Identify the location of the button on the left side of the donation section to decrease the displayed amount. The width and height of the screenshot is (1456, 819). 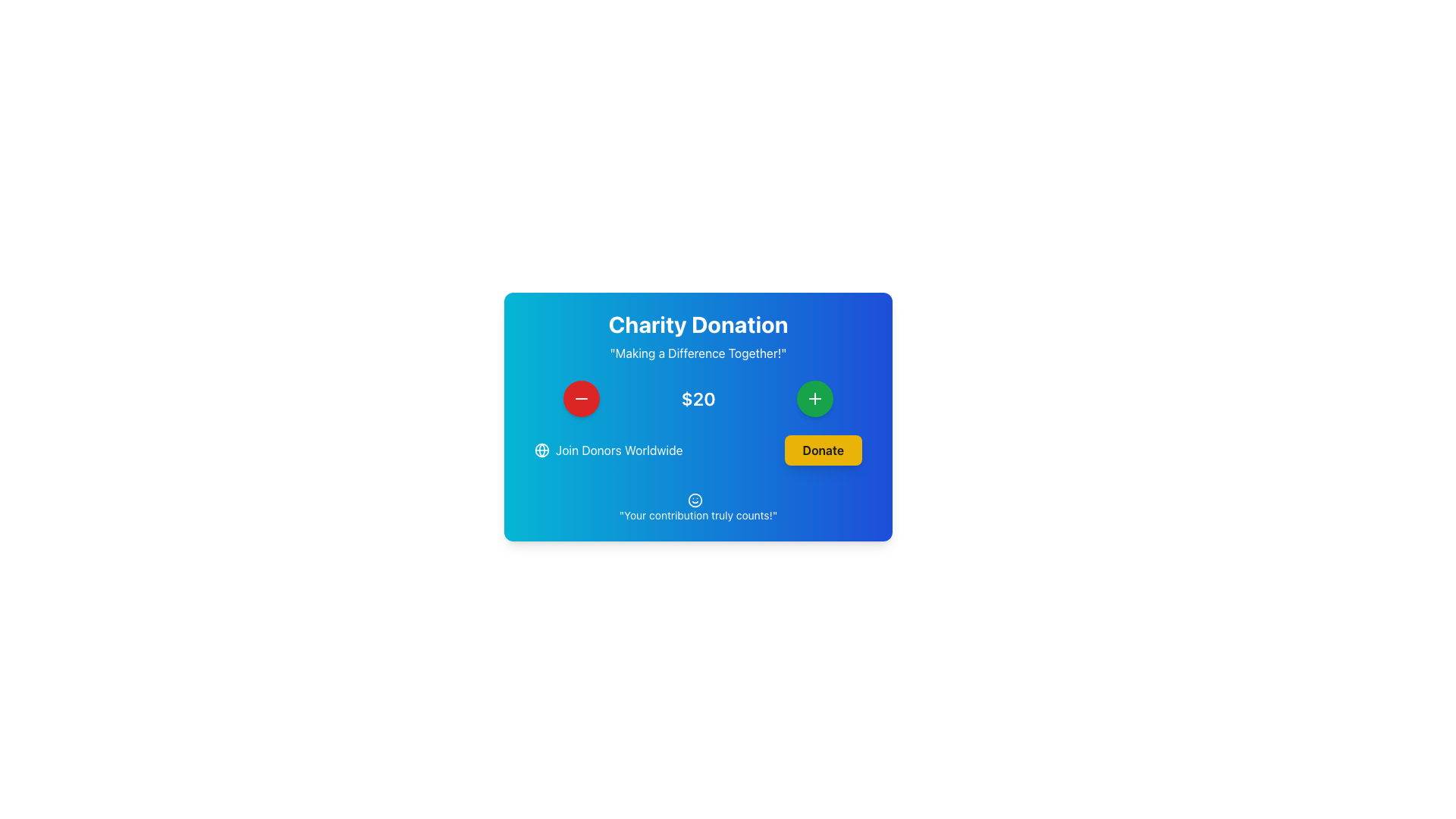
(580, 397).